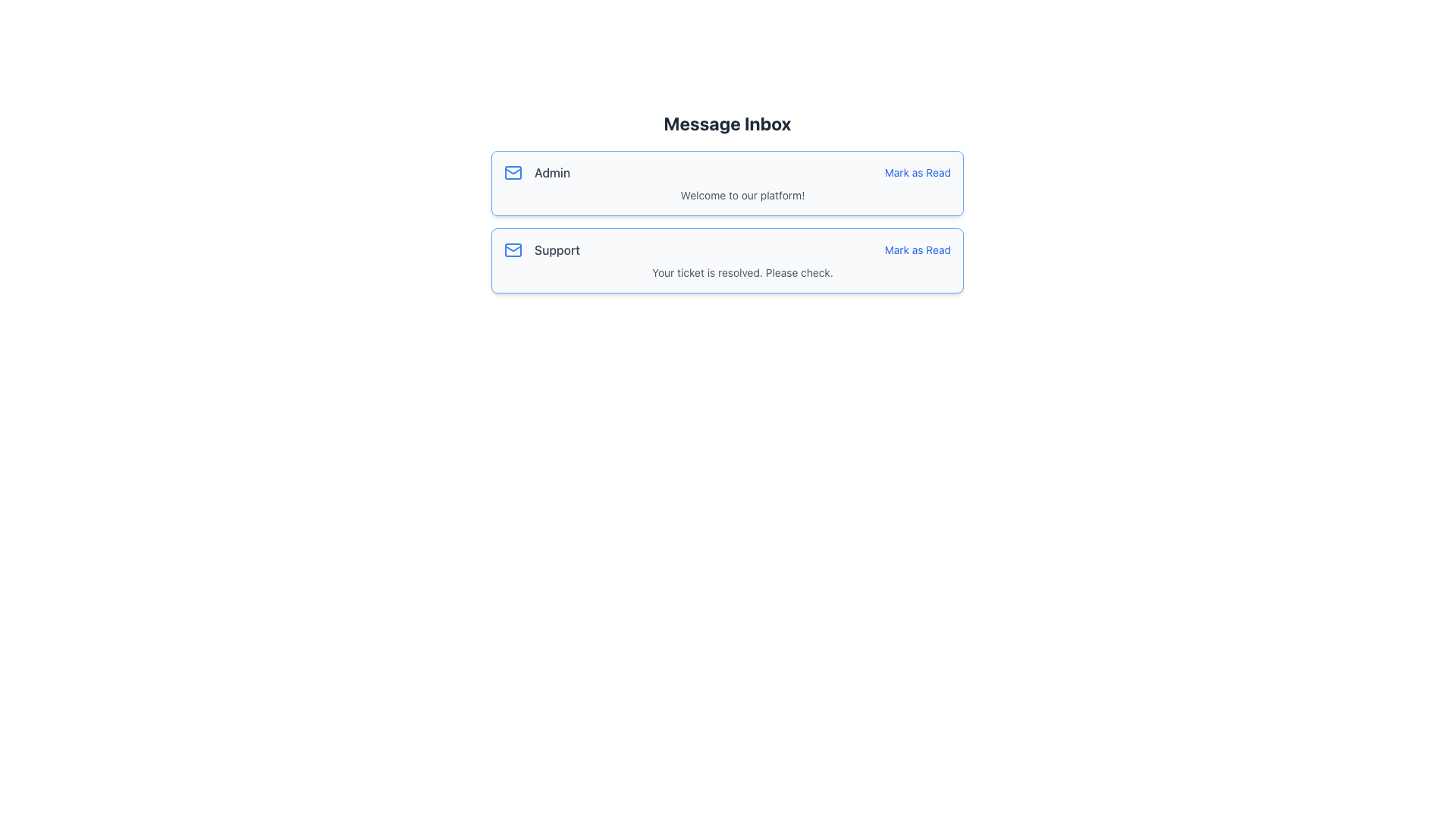 This screenshot has width=1456, height=819. I want to click on the welcoming message text displayed in the first message entry of the inbox under the sender 'Admin', so click(742, 195).